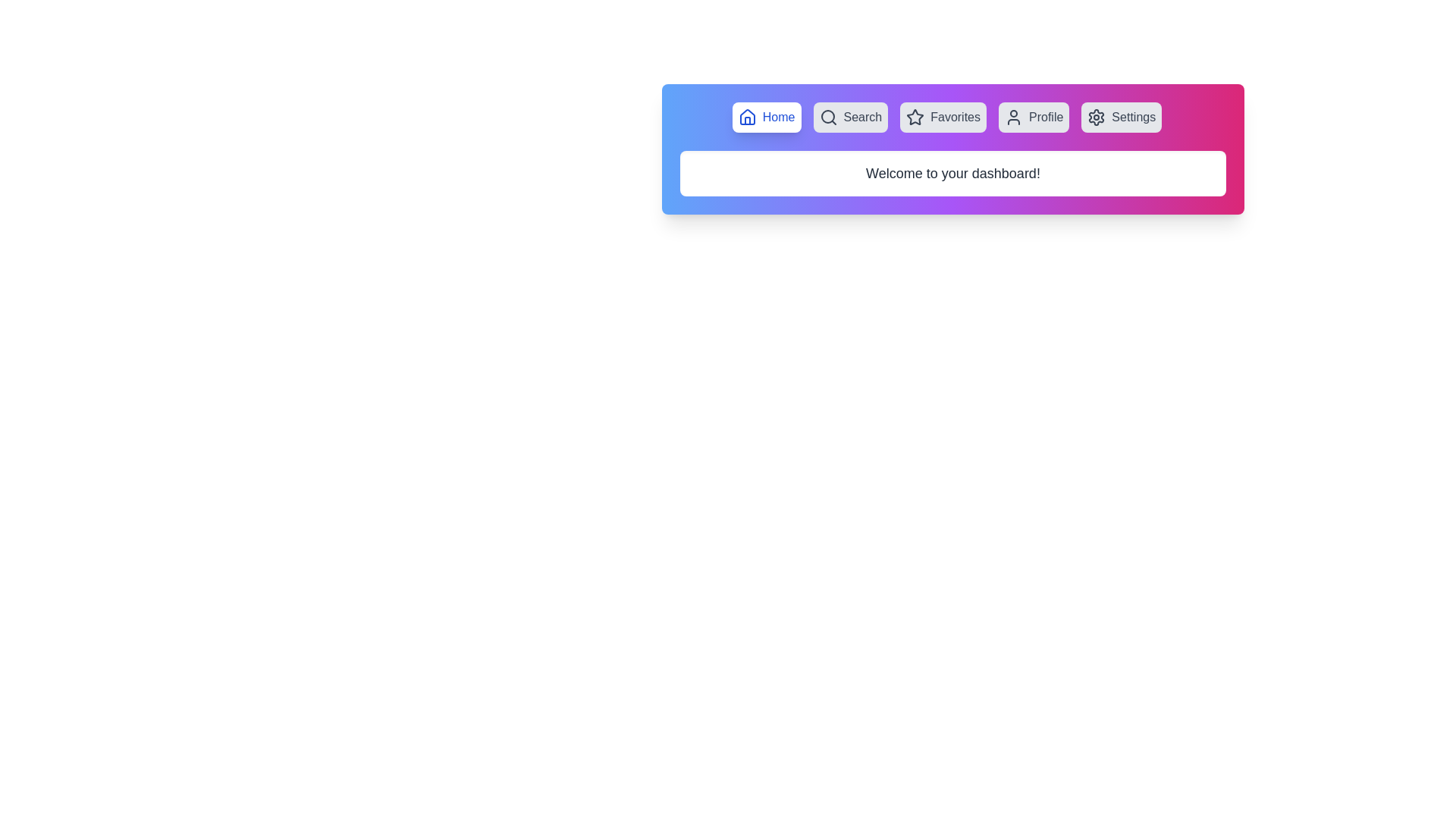 This screenshot has height=819, width=1456. What do you see at coordinates (1121, 116) in the screenshot?
I see `the settings button located` at bounding box center [1121, 116].